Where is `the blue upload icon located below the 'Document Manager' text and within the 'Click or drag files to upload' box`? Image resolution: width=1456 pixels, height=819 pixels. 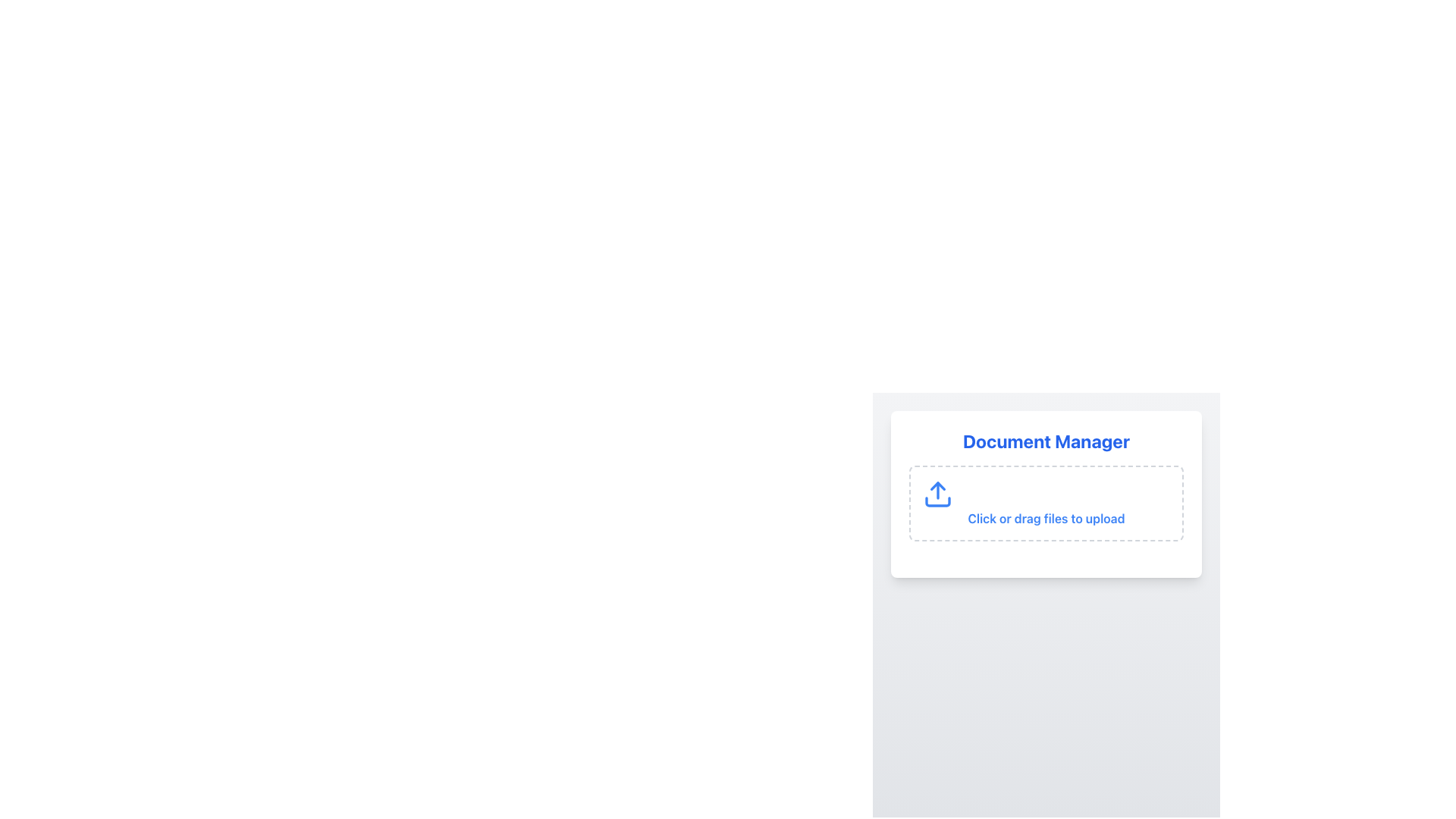
the blue upload icon located below the 'Document Manager' text and within the 'Click or drag files to upload' box is located at coordinates (937, 494).